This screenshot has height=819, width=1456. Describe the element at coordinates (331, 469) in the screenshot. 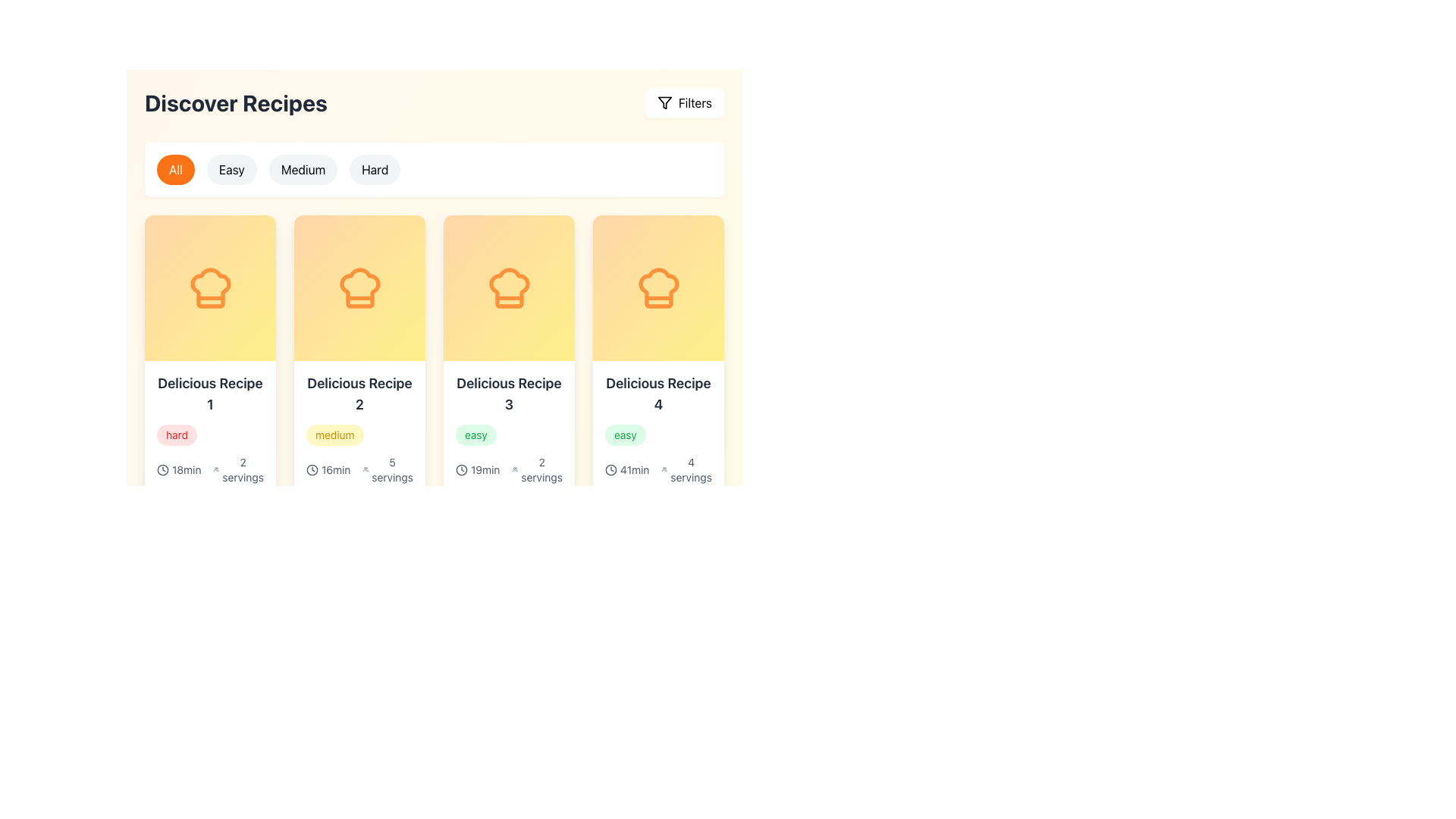

I see `preparation time displayed on the informational label for the recipe in the second card of the grid layout, located below 'Delicious Recipe 2' and above '5 servings'` at that location.